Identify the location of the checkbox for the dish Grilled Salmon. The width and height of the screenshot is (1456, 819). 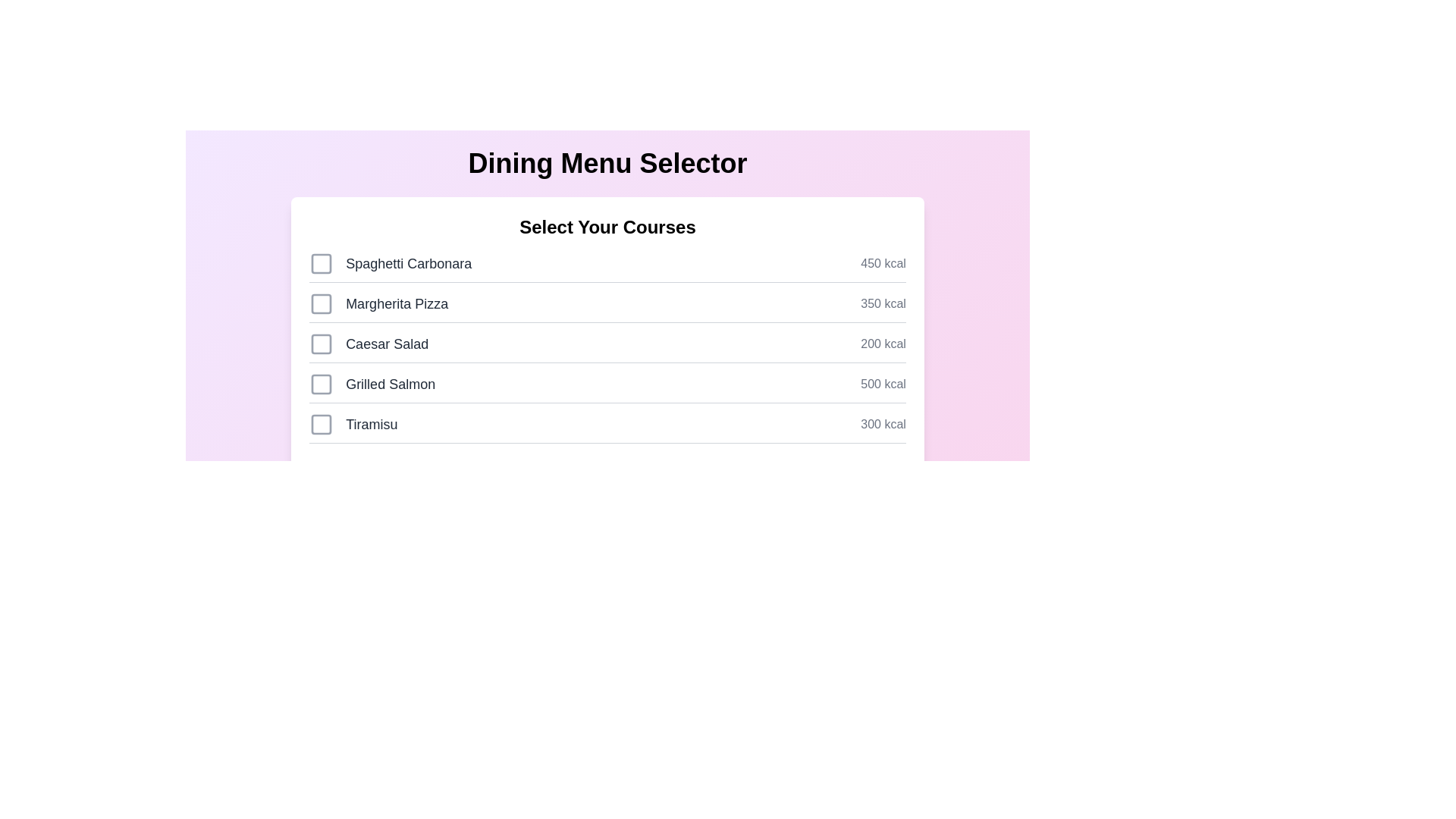
(321, 383).